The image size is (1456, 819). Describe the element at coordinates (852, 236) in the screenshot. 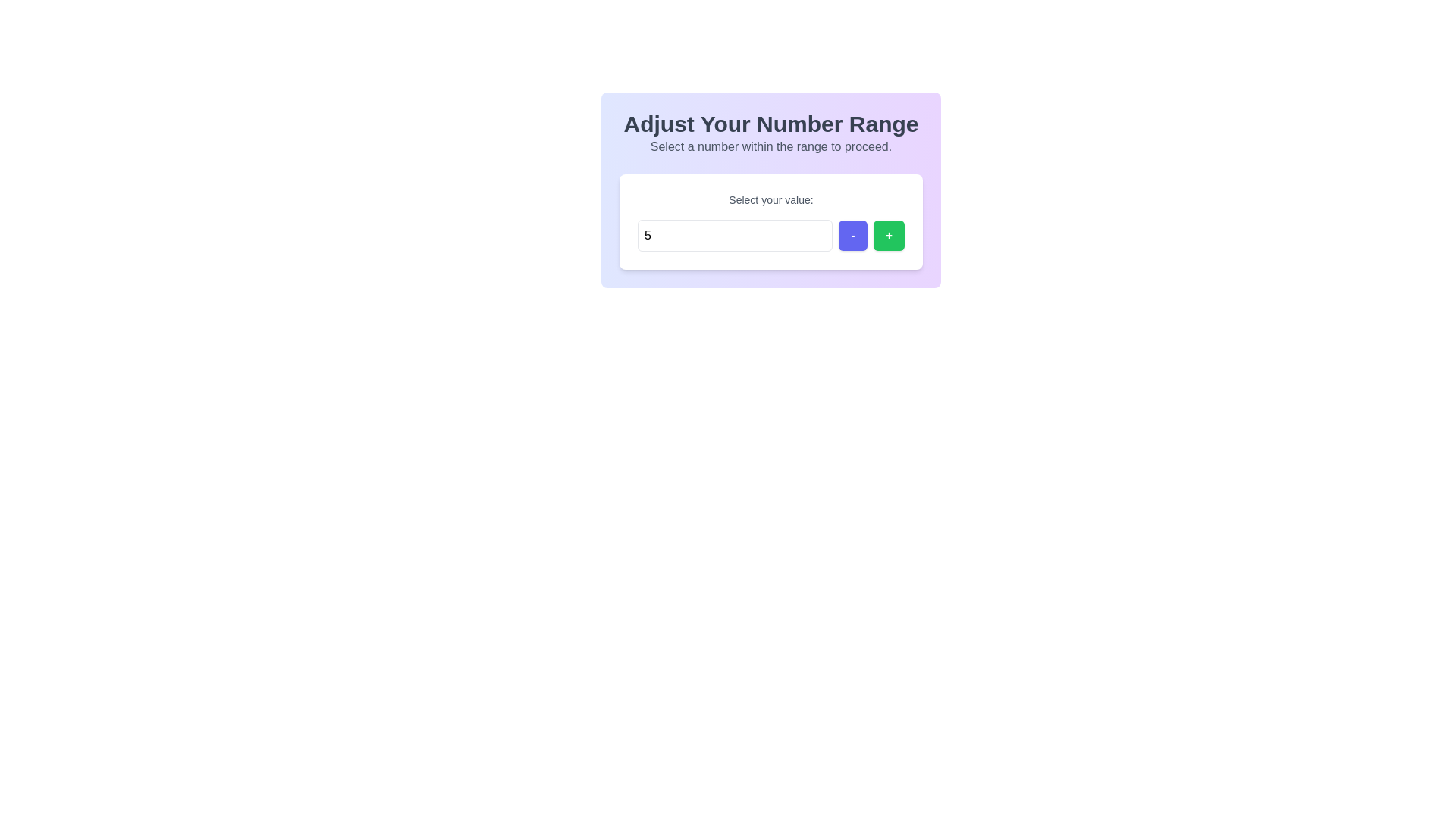

I see `the middle button ('-') in the flexbox to decrease the value displayed in the input field to its left` at that location.